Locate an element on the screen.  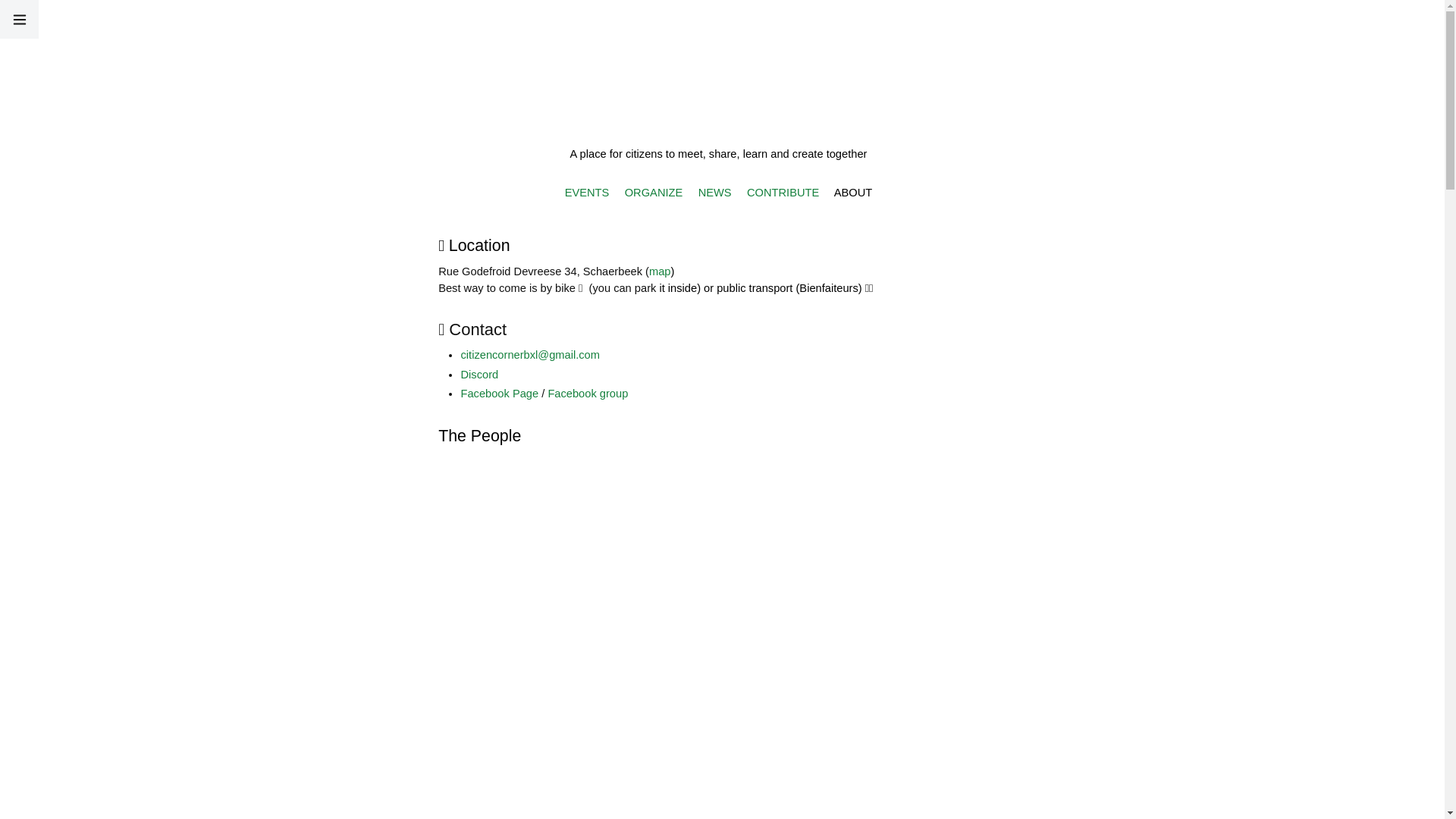
'NEWS' is located at coordinates (714, 192).